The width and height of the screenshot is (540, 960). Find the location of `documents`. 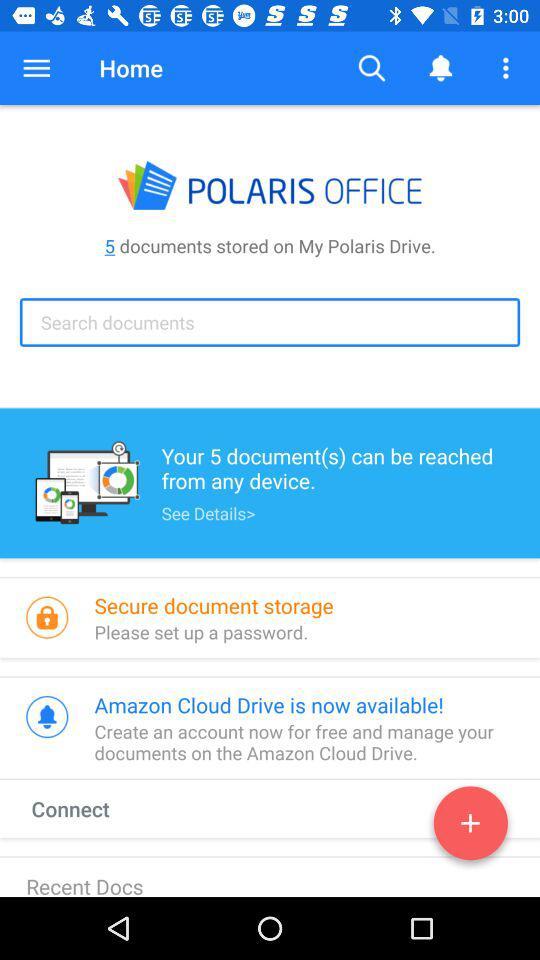

documents is located at coordinates (470, 827).